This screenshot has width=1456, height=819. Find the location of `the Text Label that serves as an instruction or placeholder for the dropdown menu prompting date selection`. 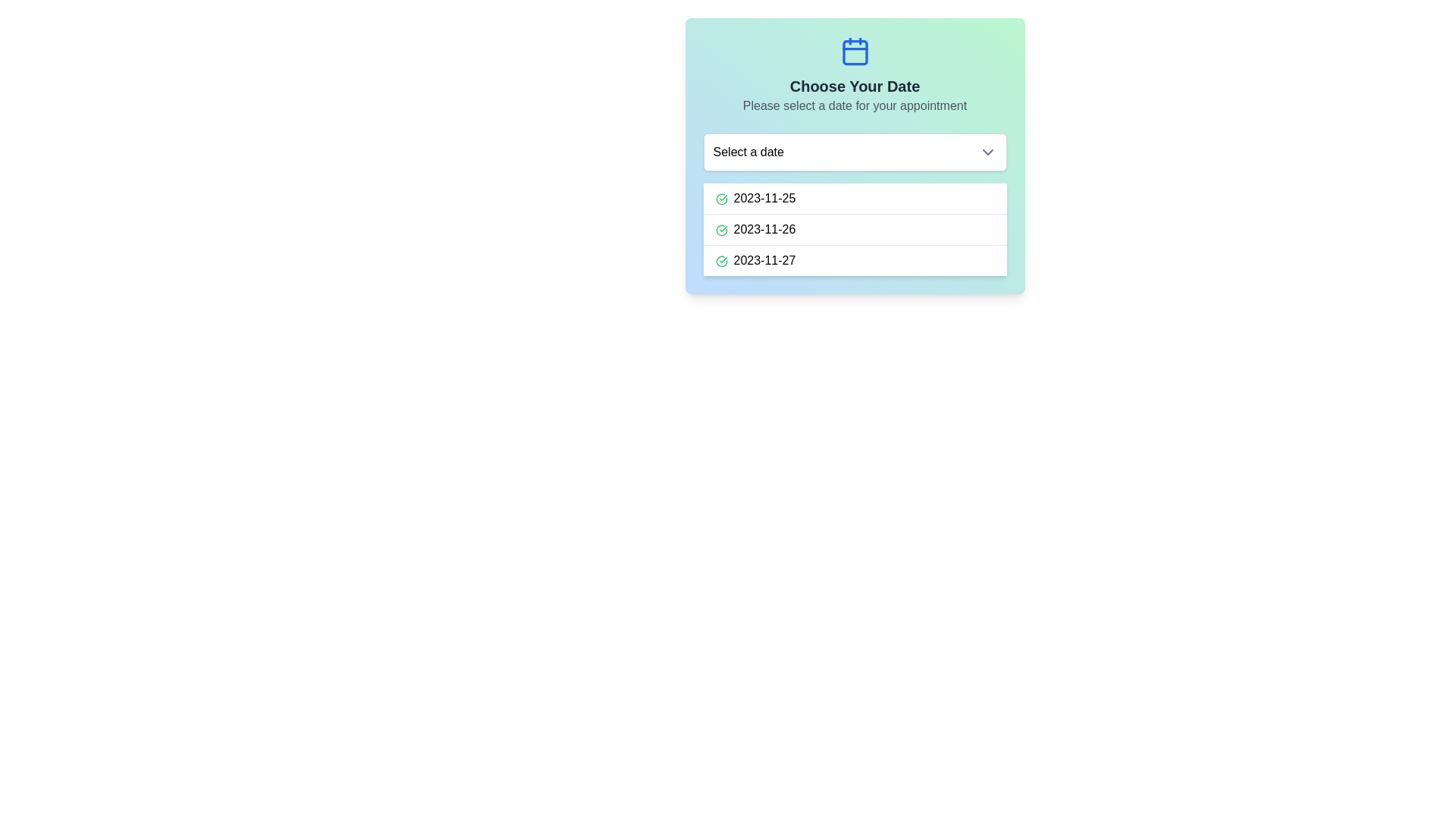

the Text Label that serves as an instruction or placeholder for the dropdown menu prompting date selection is located at coordinates (748, 152).